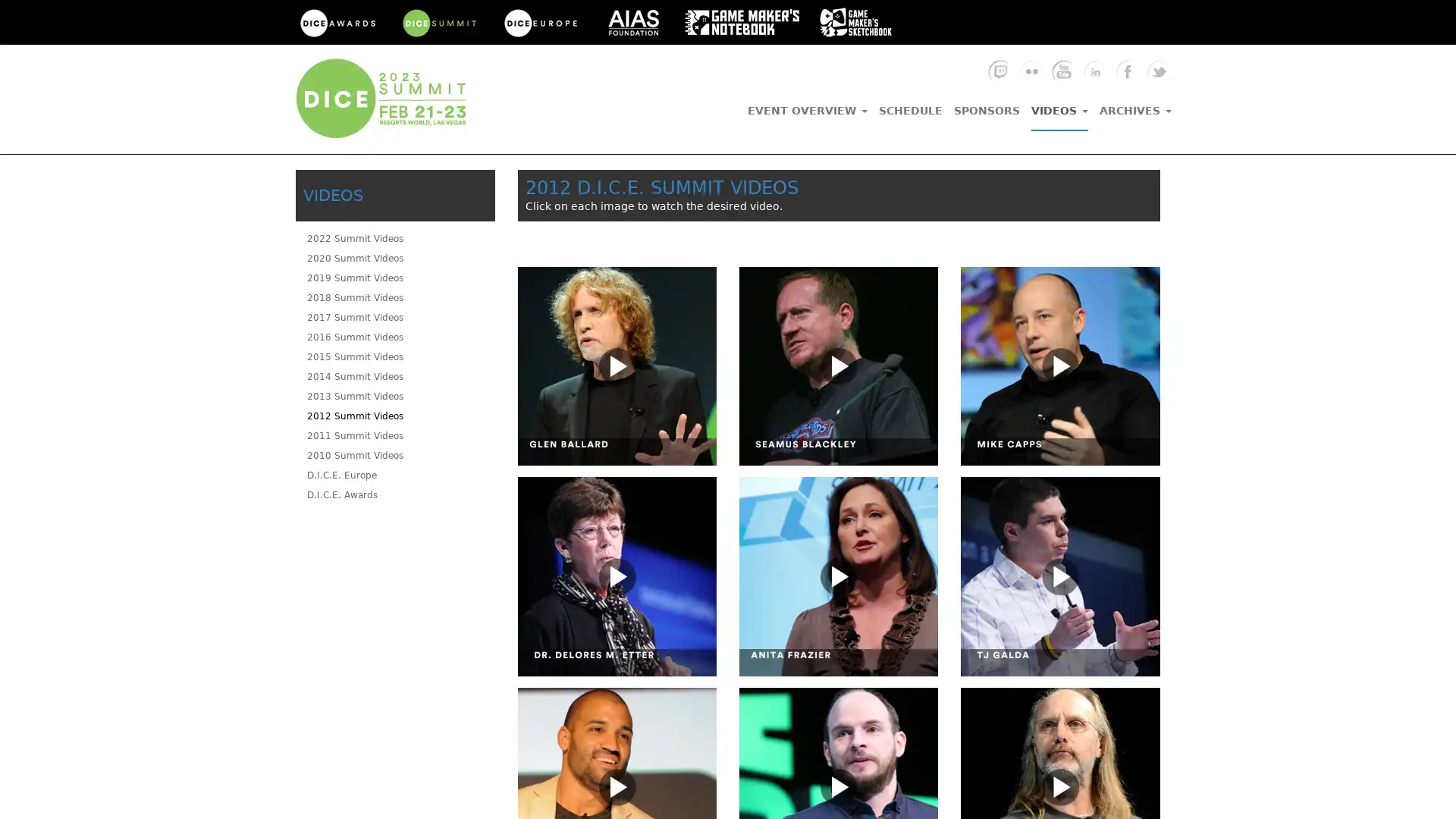 Image resolution: width=1456 pixels, height=819 pixels. What do you see at coordinates (1059, 110) in the screenshot?
I see `VIDEOS` at bounding box center [1059, 110].